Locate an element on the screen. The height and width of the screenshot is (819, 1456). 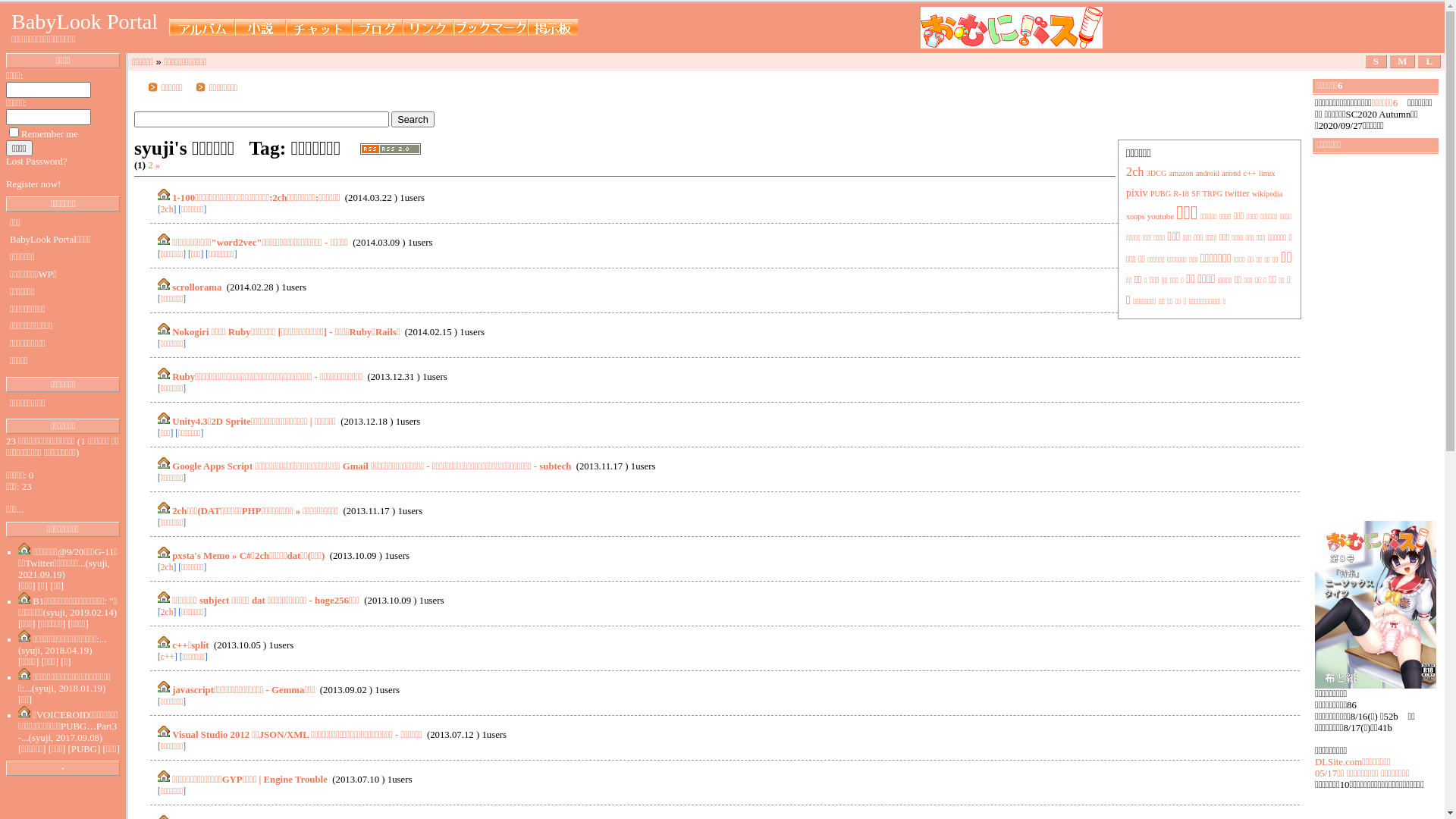
'TRPG' is located at coordinates (1211, 193).